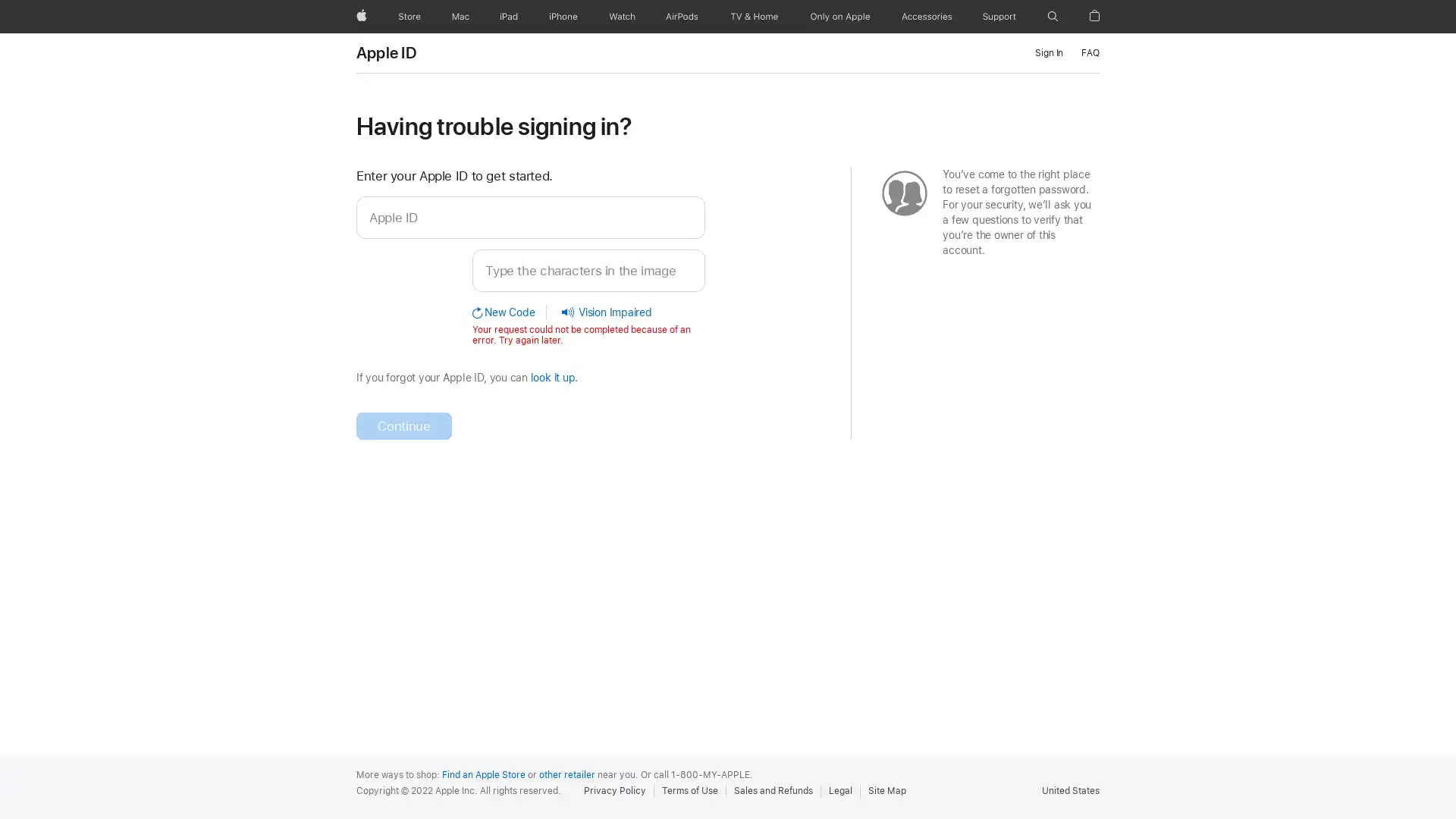 Image resolution: width=1456 pixels, height=819 pixels. I want to click on New Code, so click(510, 311).